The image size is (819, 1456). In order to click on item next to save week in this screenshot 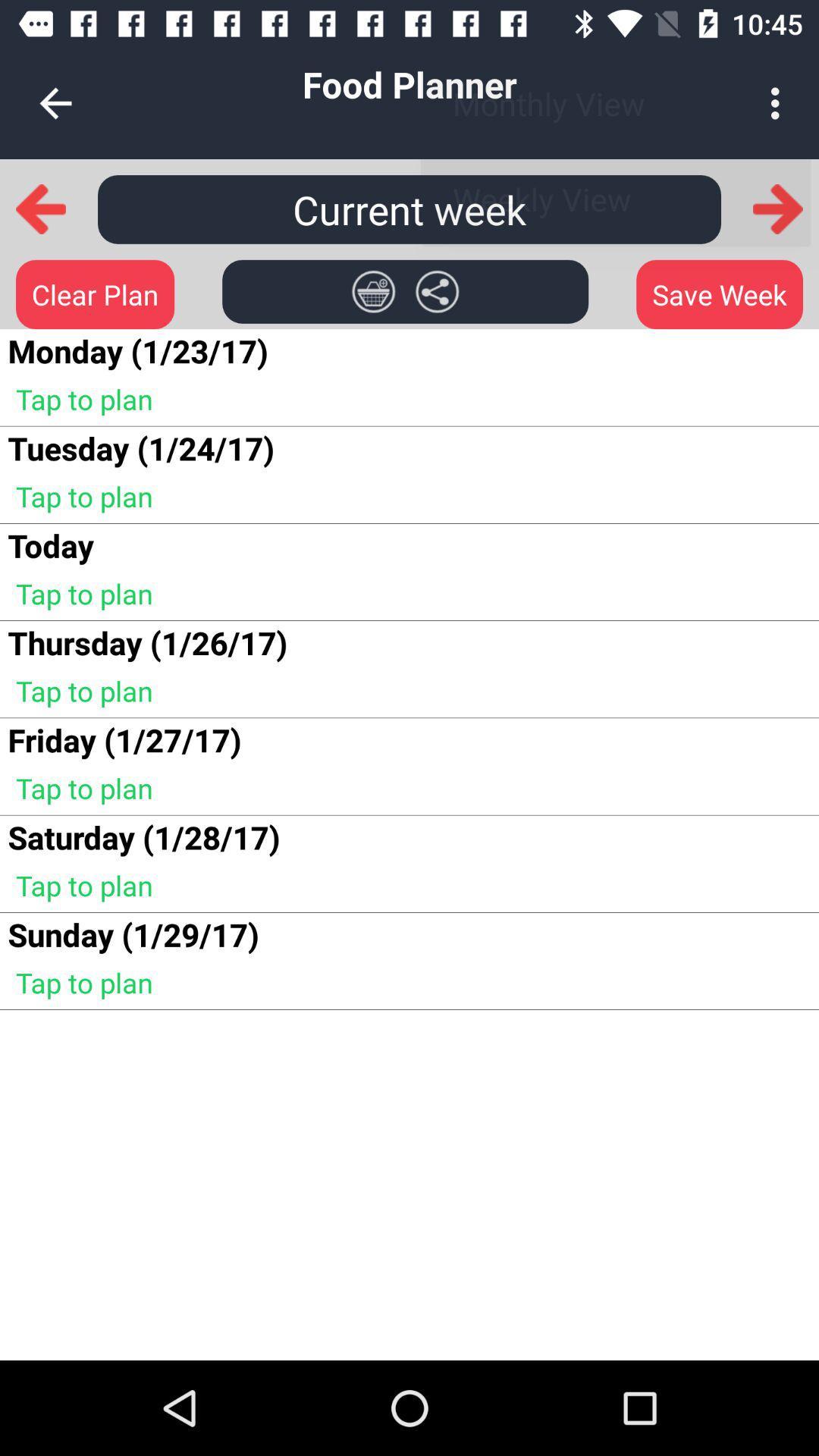, I will do `click(437, 291)`.